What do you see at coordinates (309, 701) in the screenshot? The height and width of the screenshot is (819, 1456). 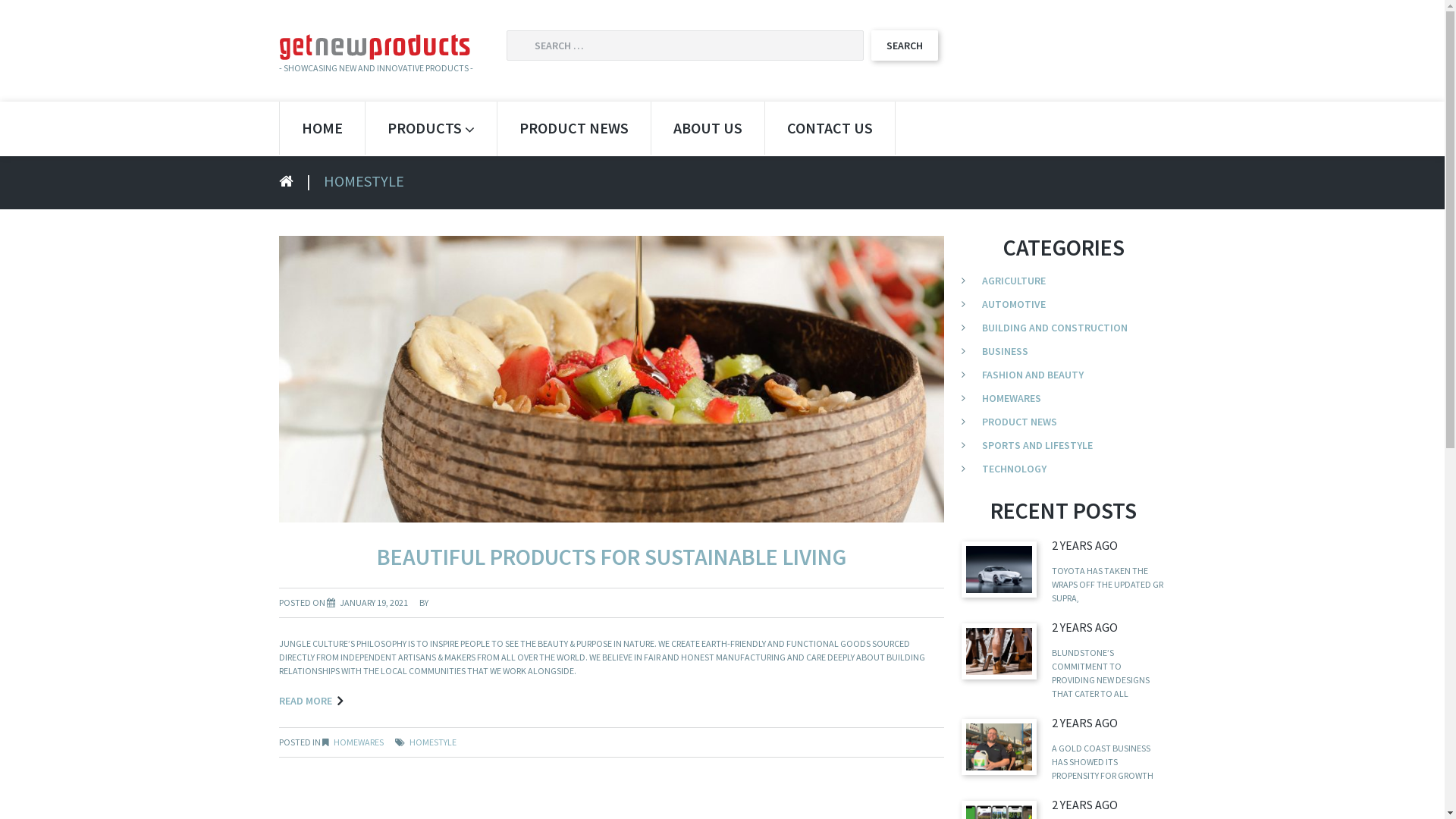 I see `'READ MORE'` at bounding box center [309, 701].